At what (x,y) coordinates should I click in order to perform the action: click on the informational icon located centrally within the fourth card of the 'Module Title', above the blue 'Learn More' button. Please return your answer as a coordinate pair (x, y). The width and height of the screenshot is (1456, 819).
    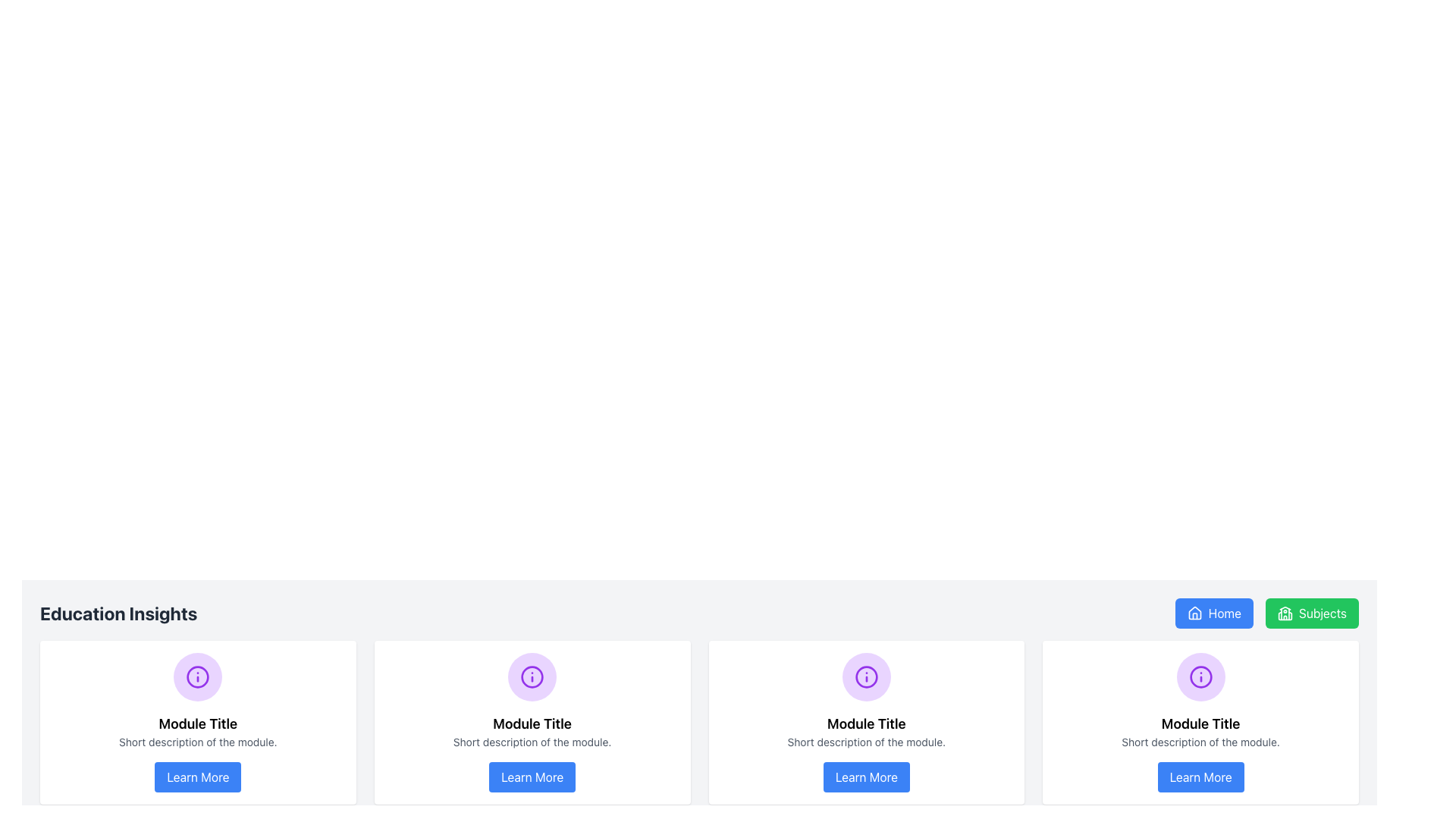
    Looking at the image, I should click on (1200, 676).